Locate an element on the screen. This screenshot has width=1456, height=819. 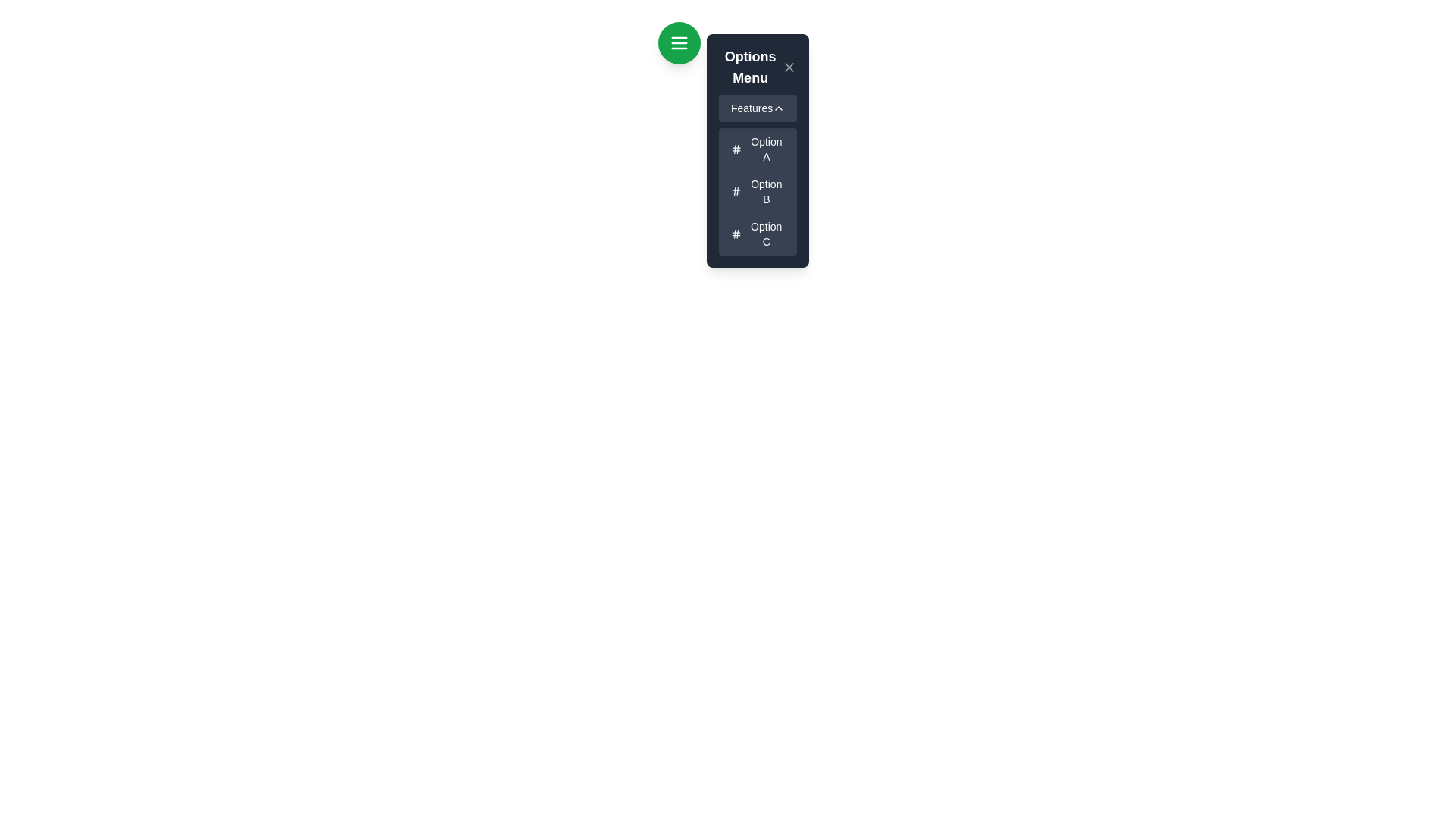
the close button represented by a gray 'X' icon located in the top-right corner of the 'Options Menu' is located at coordinates (789, 66).